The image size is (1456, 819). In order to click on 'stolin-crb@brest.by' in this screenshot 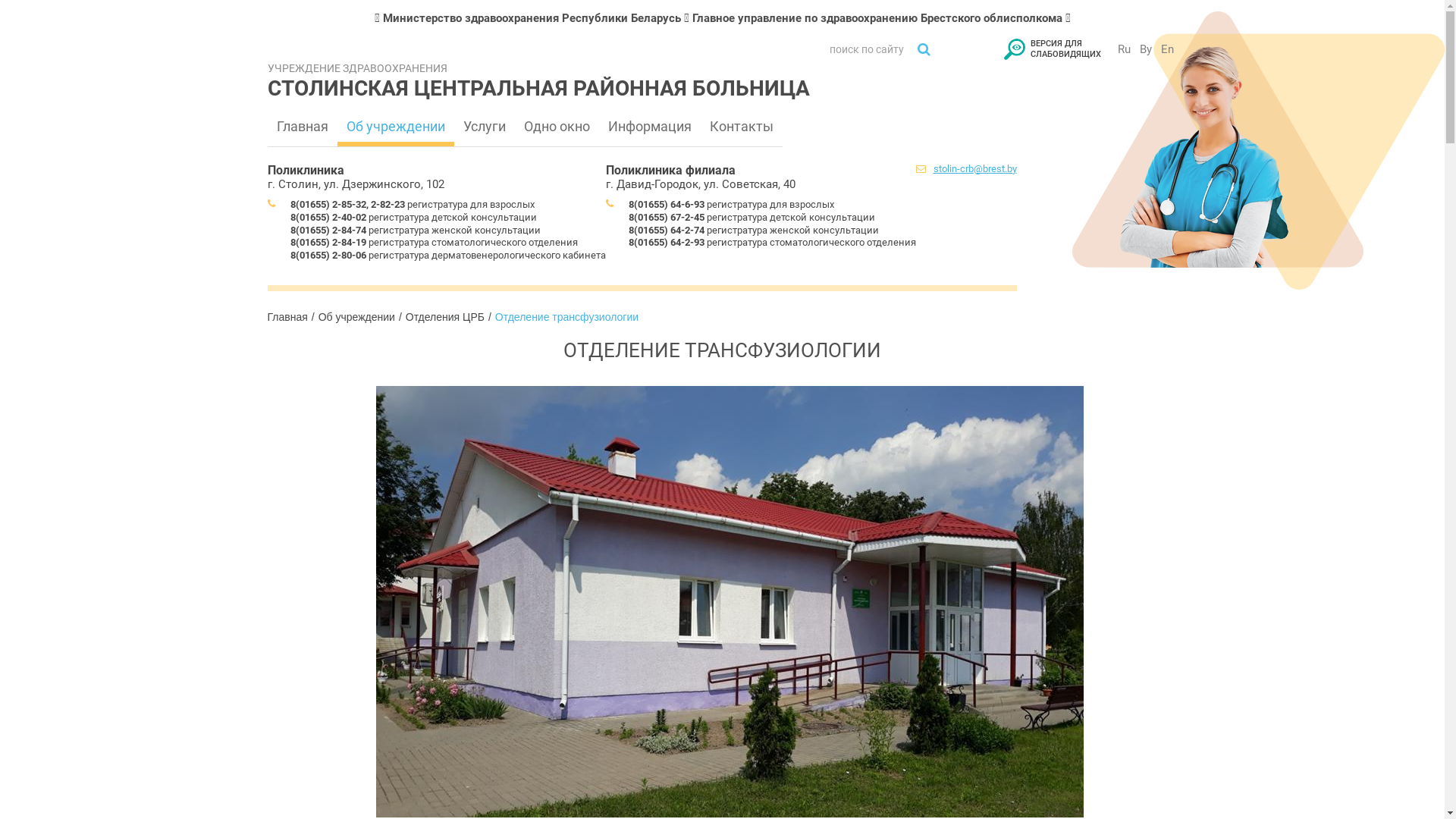, I will do `click(974, 168)`.